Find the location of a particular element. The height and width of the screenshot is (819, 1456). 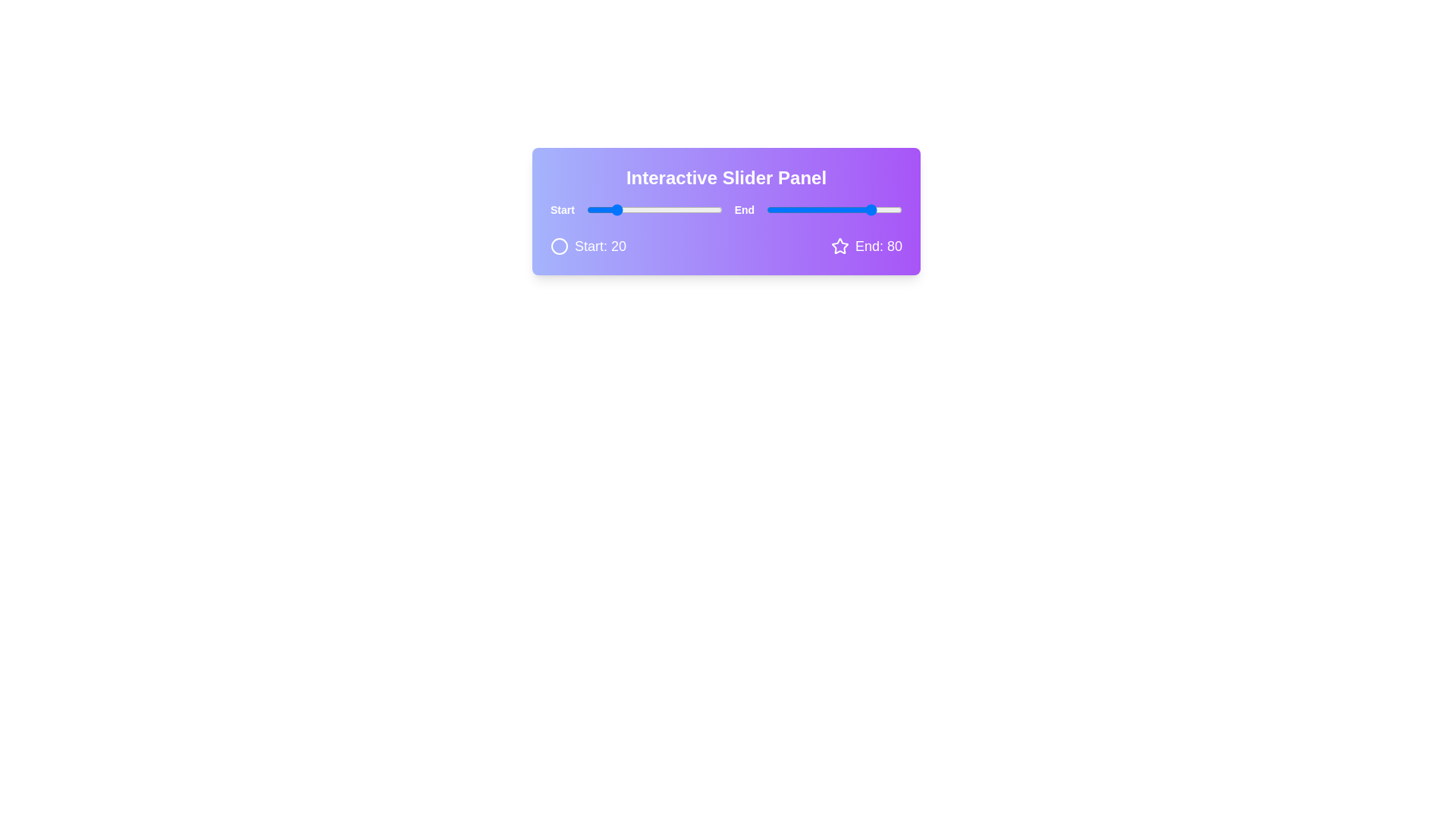

the slider is located at coordinates (769, 210).